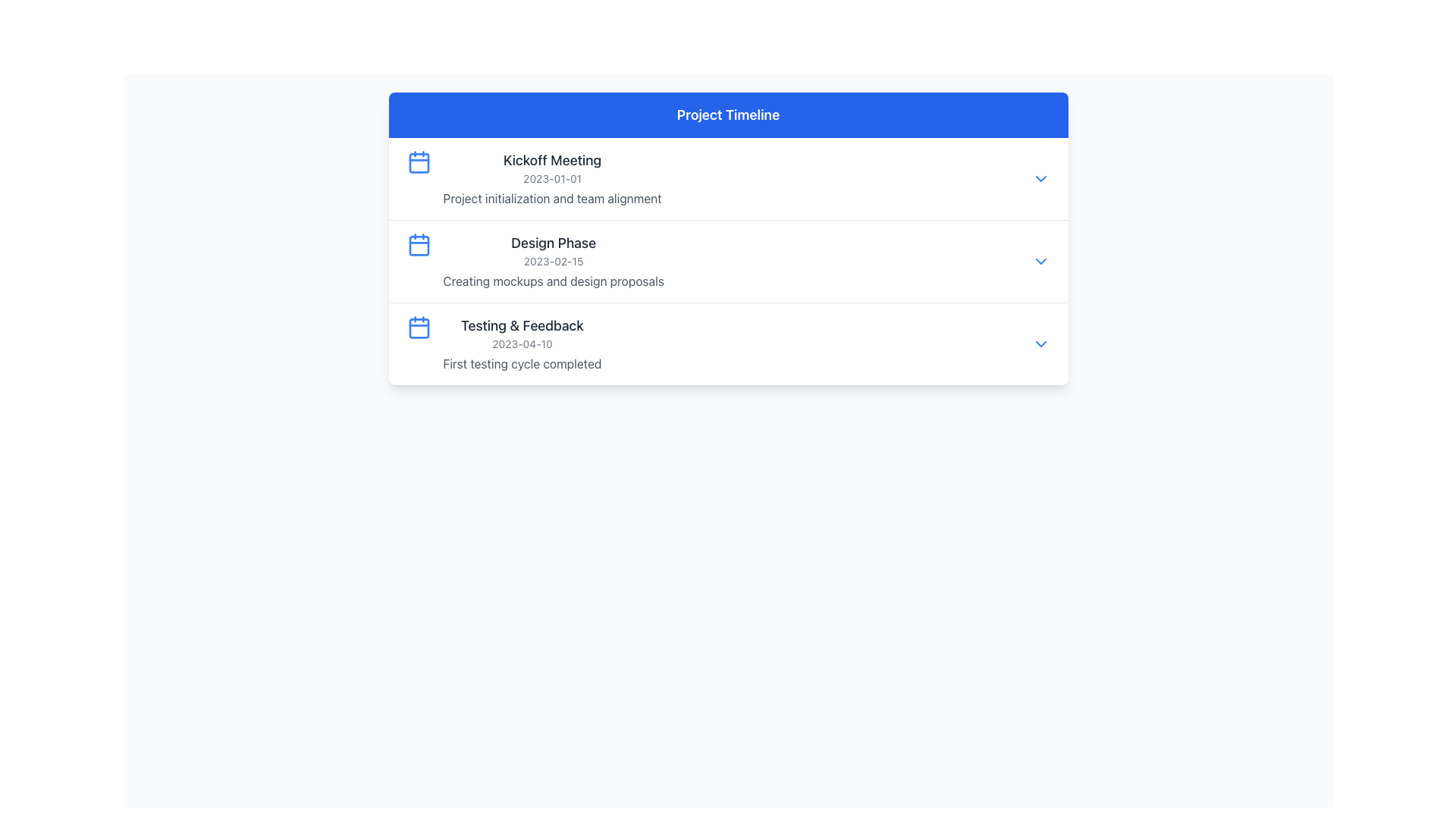  I want to click on description of the 'Design Phase' informational section which displays the date '2023-02-15' and the description 'Creating mockups and design proposals', so click(728, 260).